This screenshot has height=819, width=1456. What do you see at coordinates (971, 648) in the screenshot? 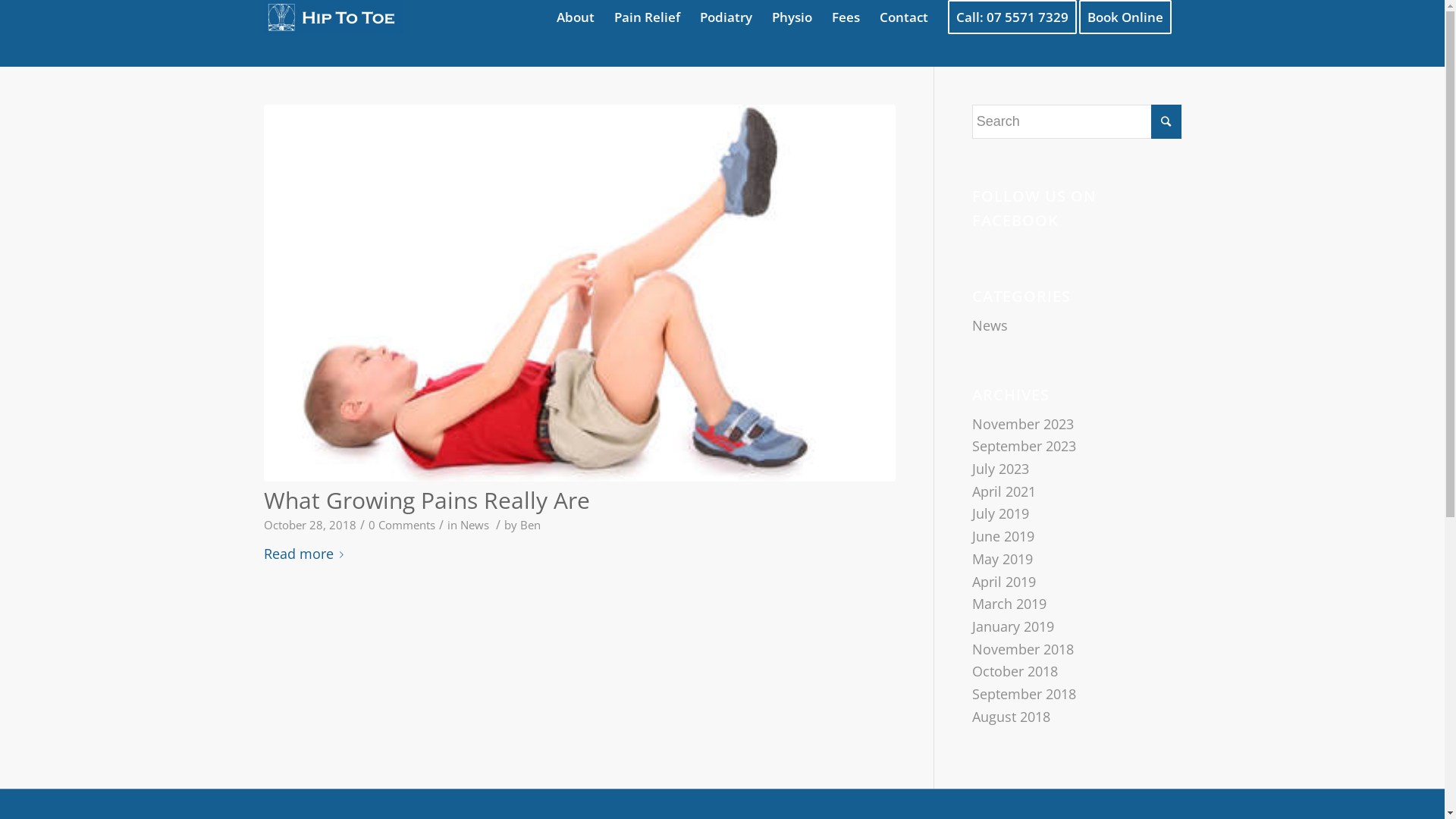
I see `'November 2018'` at bounding box center [971, 648].